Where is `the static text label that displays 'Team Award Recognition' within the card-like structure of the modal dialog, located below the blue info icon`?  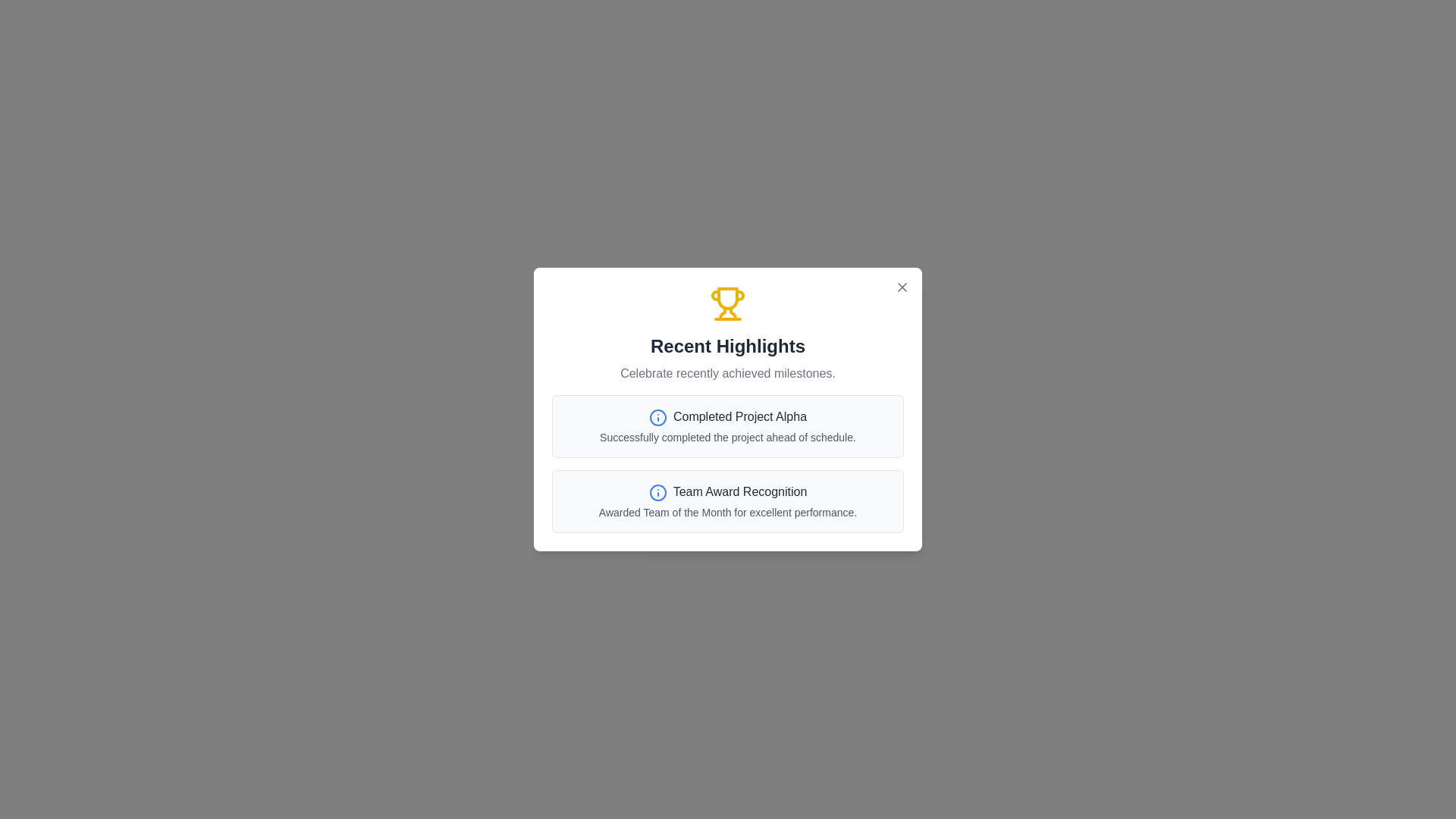
the static text label that displays 'Team Award Recognition' within the card-like structure of the modal dialog, located below the blue info icon is located at coordinates (739, 491).